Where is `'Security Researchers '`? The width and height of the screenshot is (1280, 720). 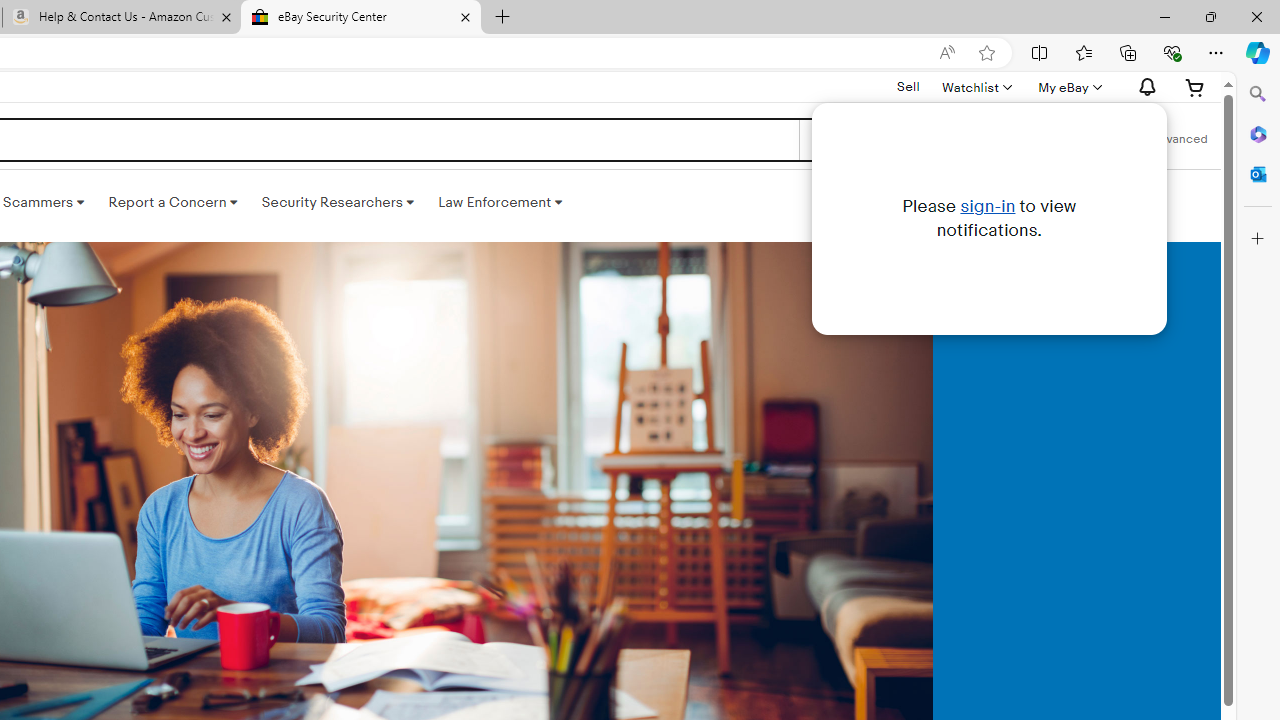 'Security Researchers ' is located at coordinates (337, 203).